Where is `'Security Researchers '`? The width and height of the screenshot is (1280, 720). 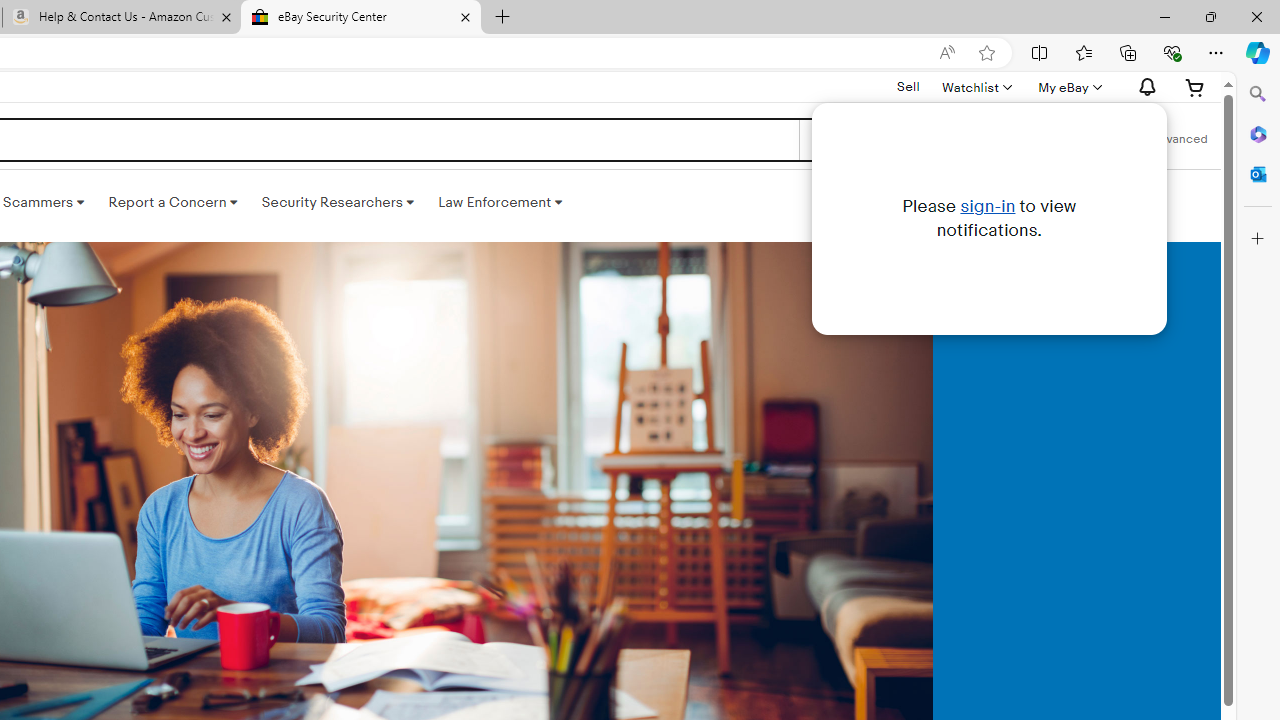 'Security Researchers ' is located at coordinates (337, 203).